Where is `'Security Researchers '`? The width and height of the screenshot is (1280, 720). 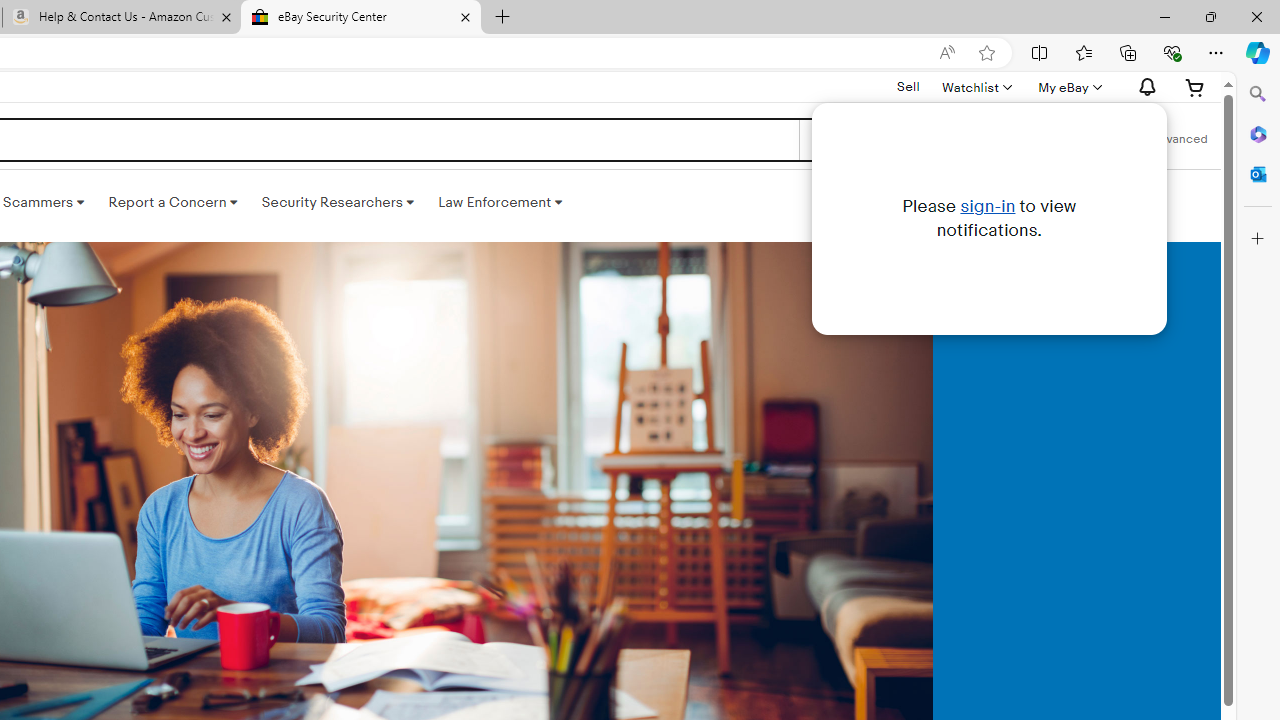 'Security Researchers ' is located at coordinates (337, 203).